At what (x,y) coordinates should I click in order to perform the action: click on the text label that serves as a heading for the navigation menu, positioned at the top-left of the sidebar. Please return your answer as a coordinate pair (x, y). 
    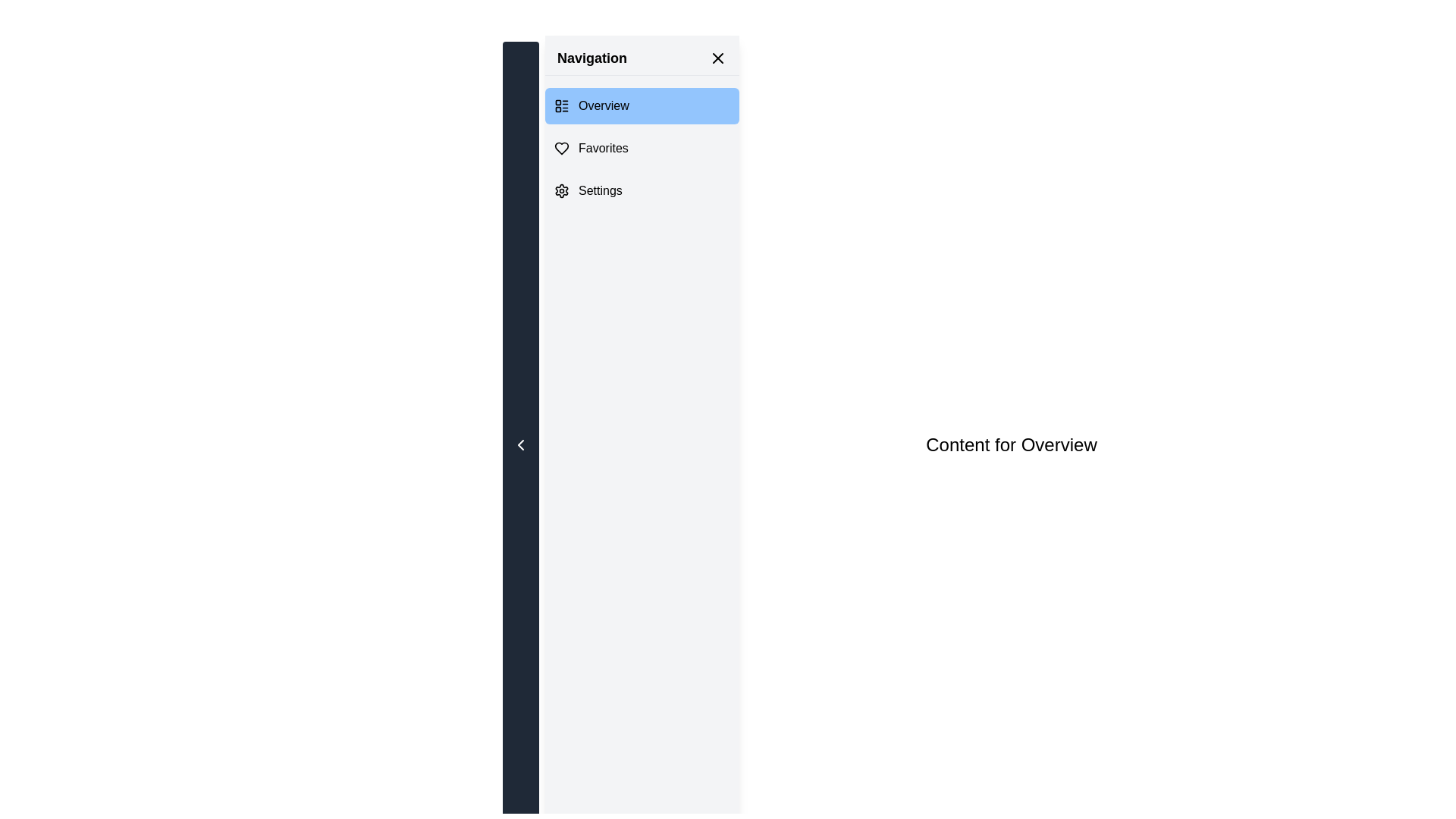
    Looking at the image, I should click on (591, 58).